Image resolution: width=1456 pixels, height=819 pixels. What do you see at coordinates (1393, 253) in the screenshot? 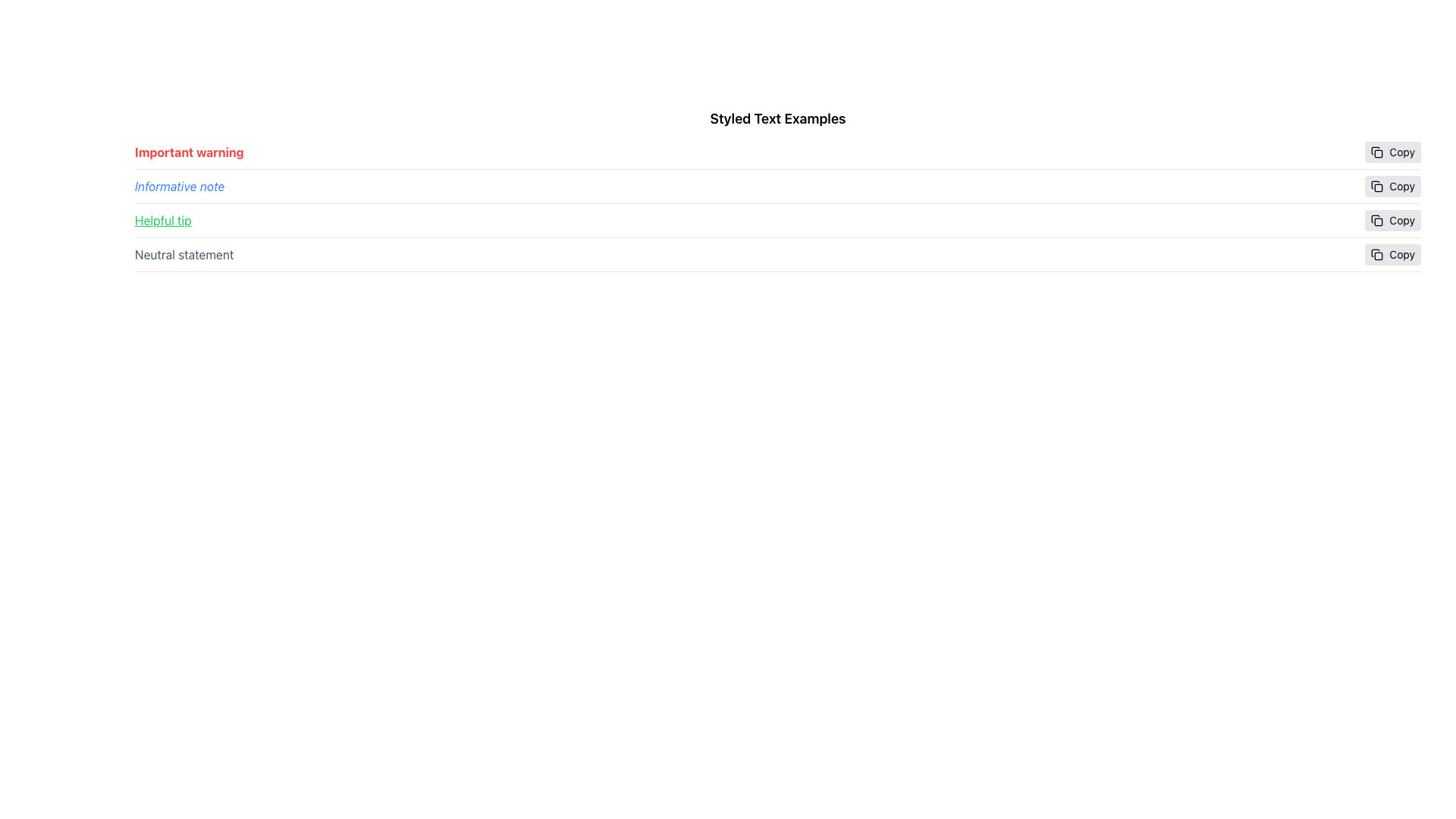
I see `the 'Copy' button associated with the 'Neutral statement' text to change its background color` at bounding box center [1393, 253].